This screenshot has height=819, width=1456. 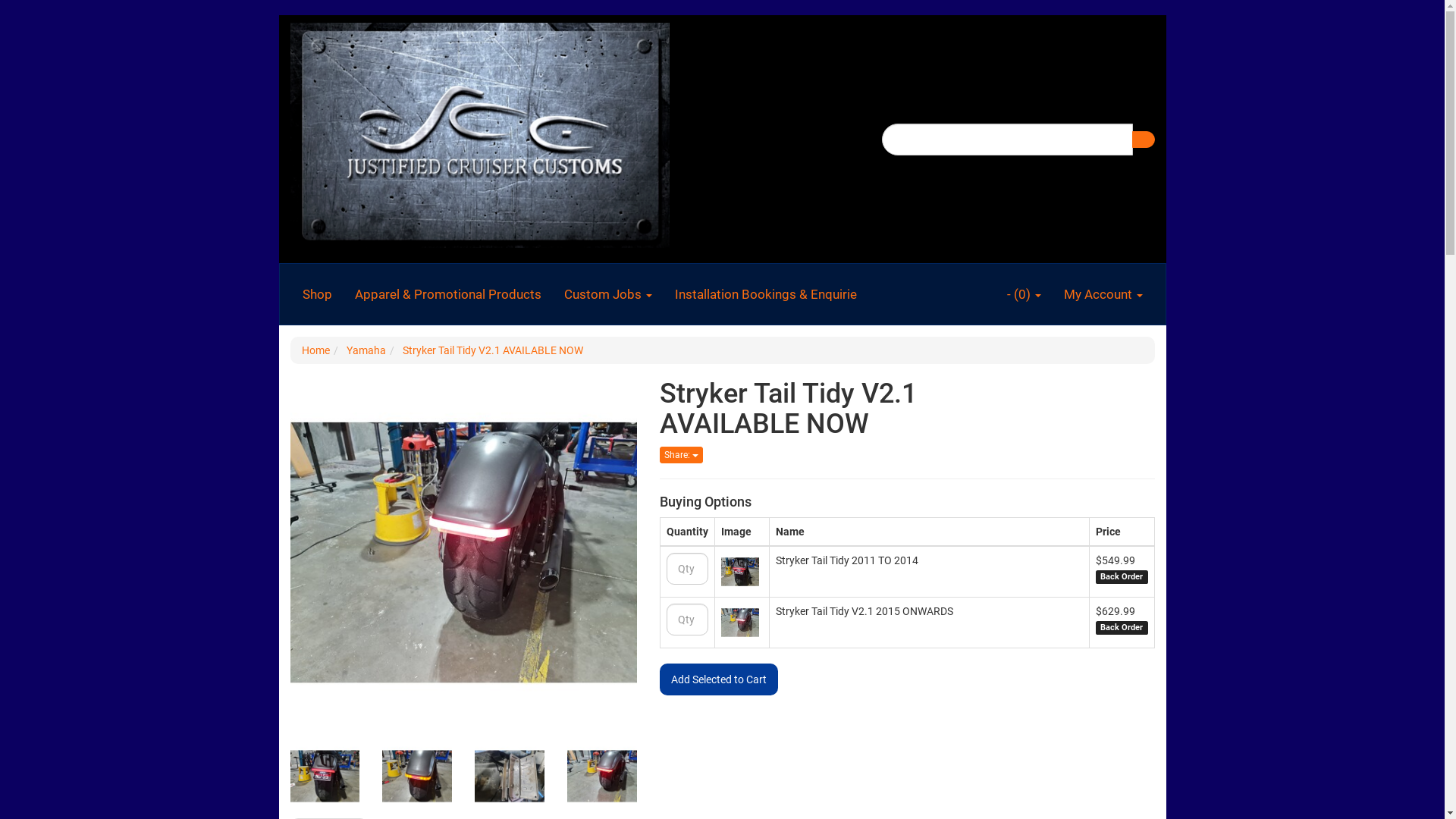 I want to click on 'Large View', so click(x=323, y=776).